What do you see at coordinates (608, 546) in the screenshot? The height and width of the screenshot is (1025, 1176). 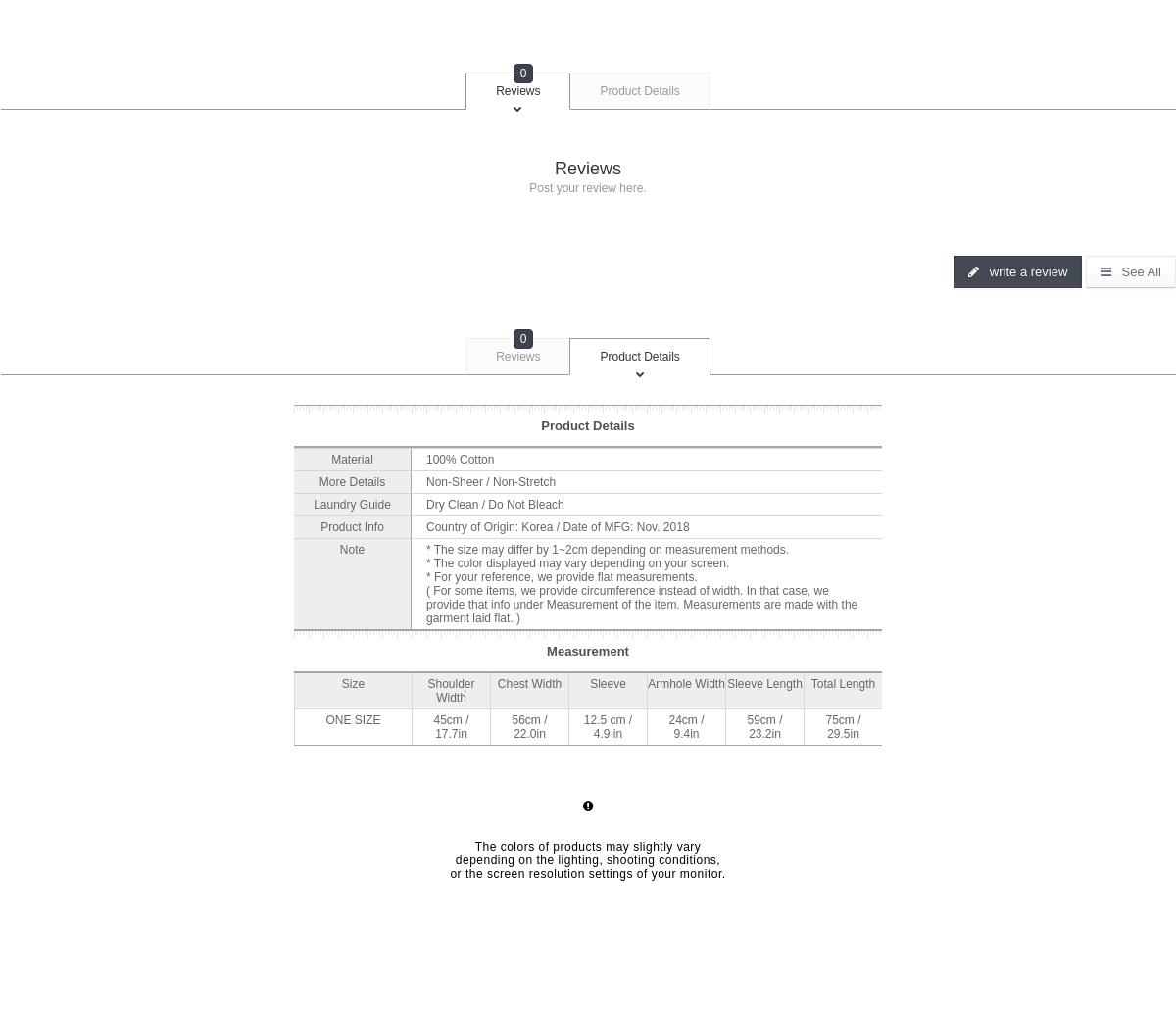 I see `'* The size may differ by 1~2cm depending on measurement methods.'` at bounding box center [608, 546].